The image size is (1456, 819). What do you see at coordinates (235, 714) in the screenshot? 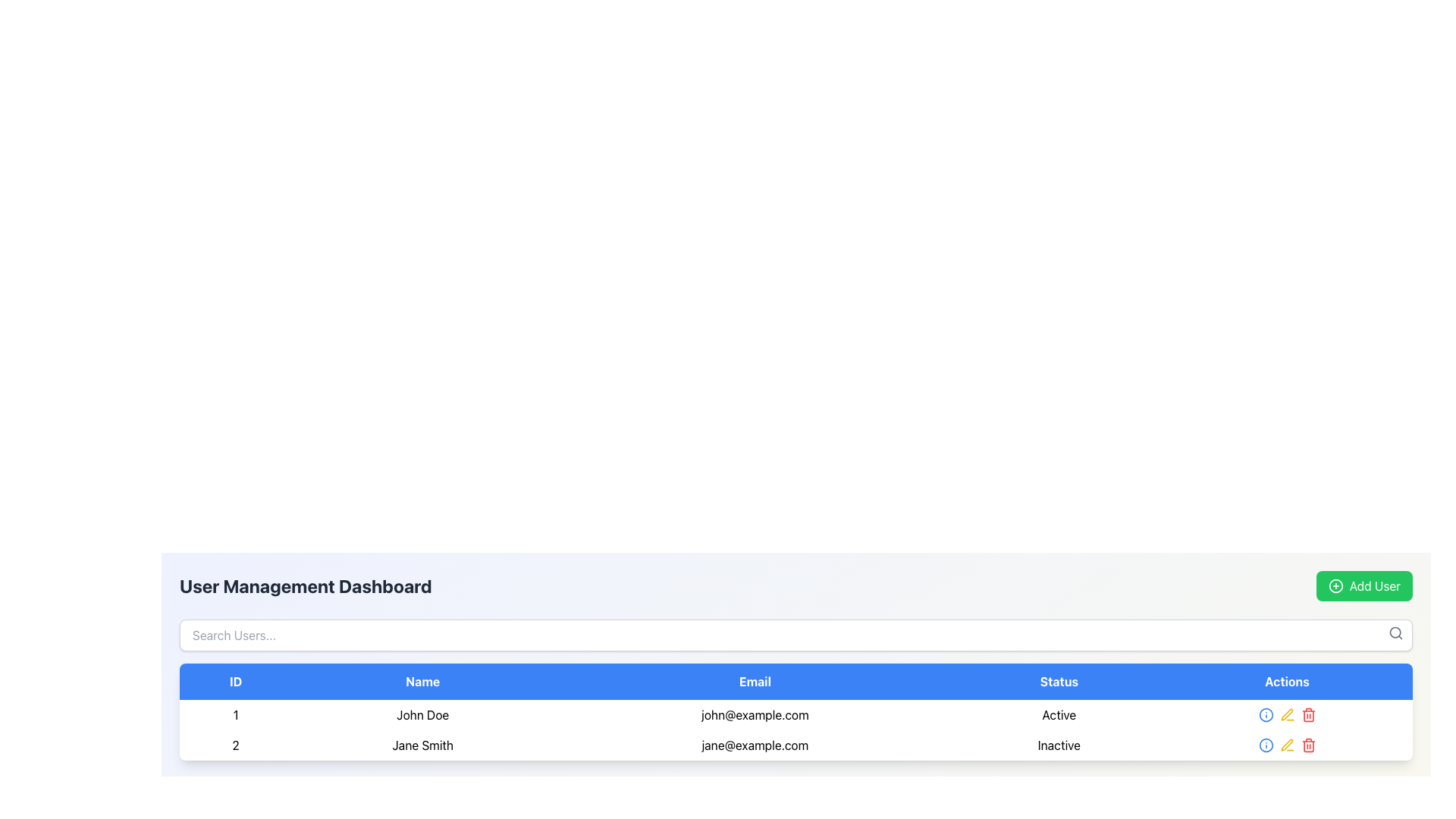
I see `the Text label that serves as a unique identifier for the user record in the table under the 'ID' column, corresponding to 'John Doe'` at bounding box center [235, 714].